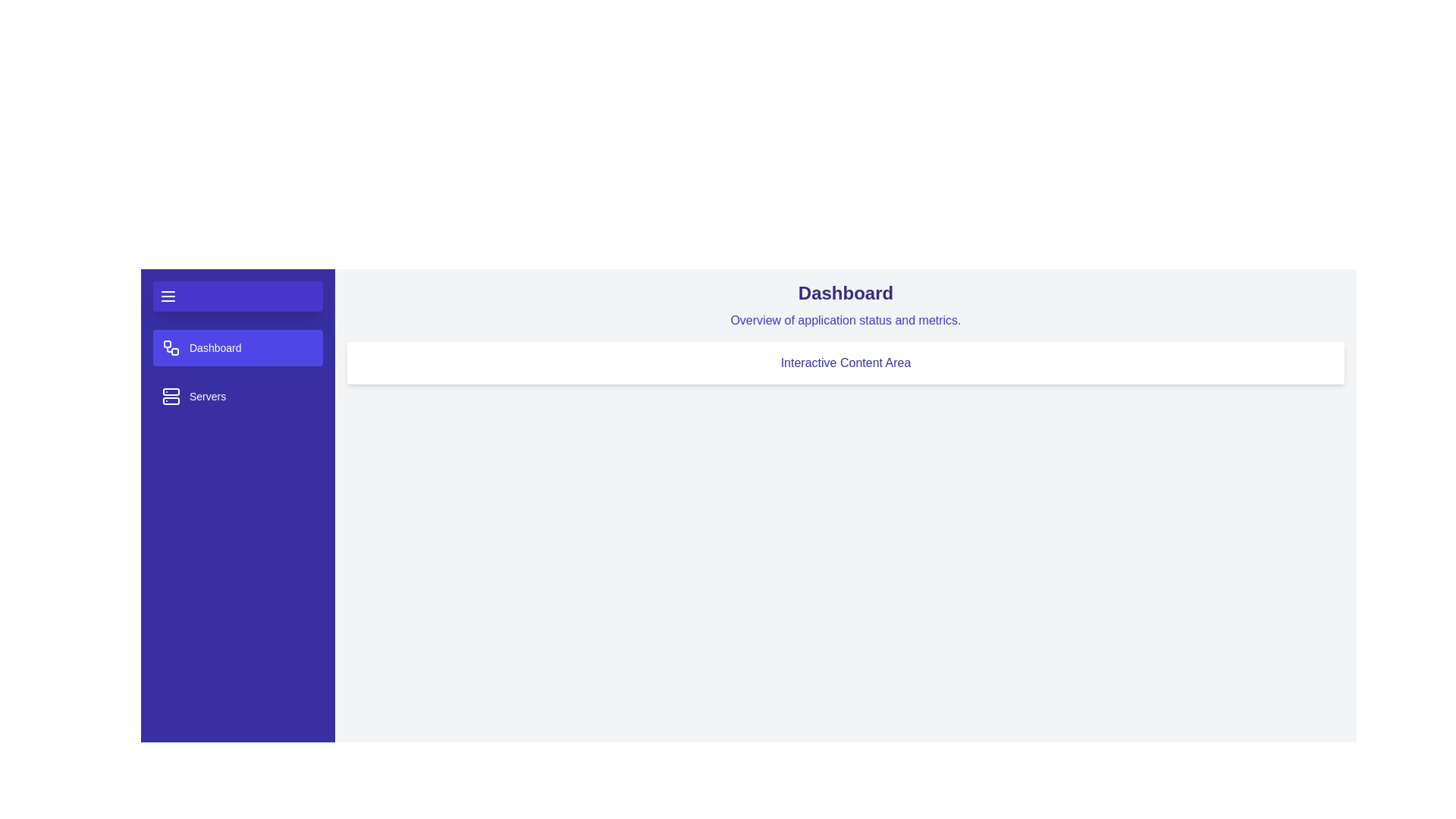 This screenshot has height=819, width=1456. Describe the element at coordinates (237, 396) in the screenshot. I see `the menu item labeled 'Servers' to update the main content area` at that location.